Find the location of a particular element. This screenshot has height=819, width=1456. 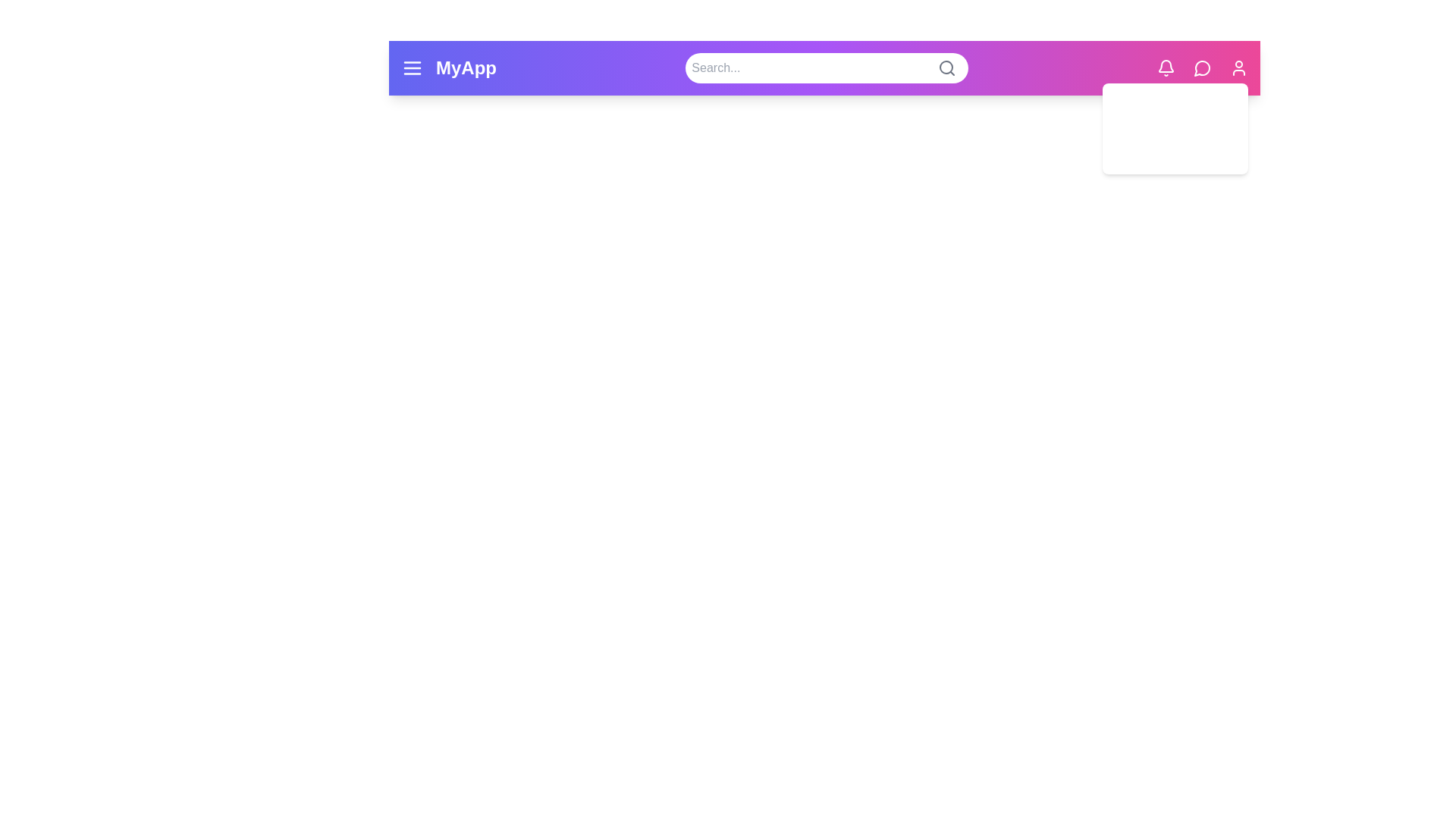

the bell icon to view notifications is located at coordinates (1165, 67).